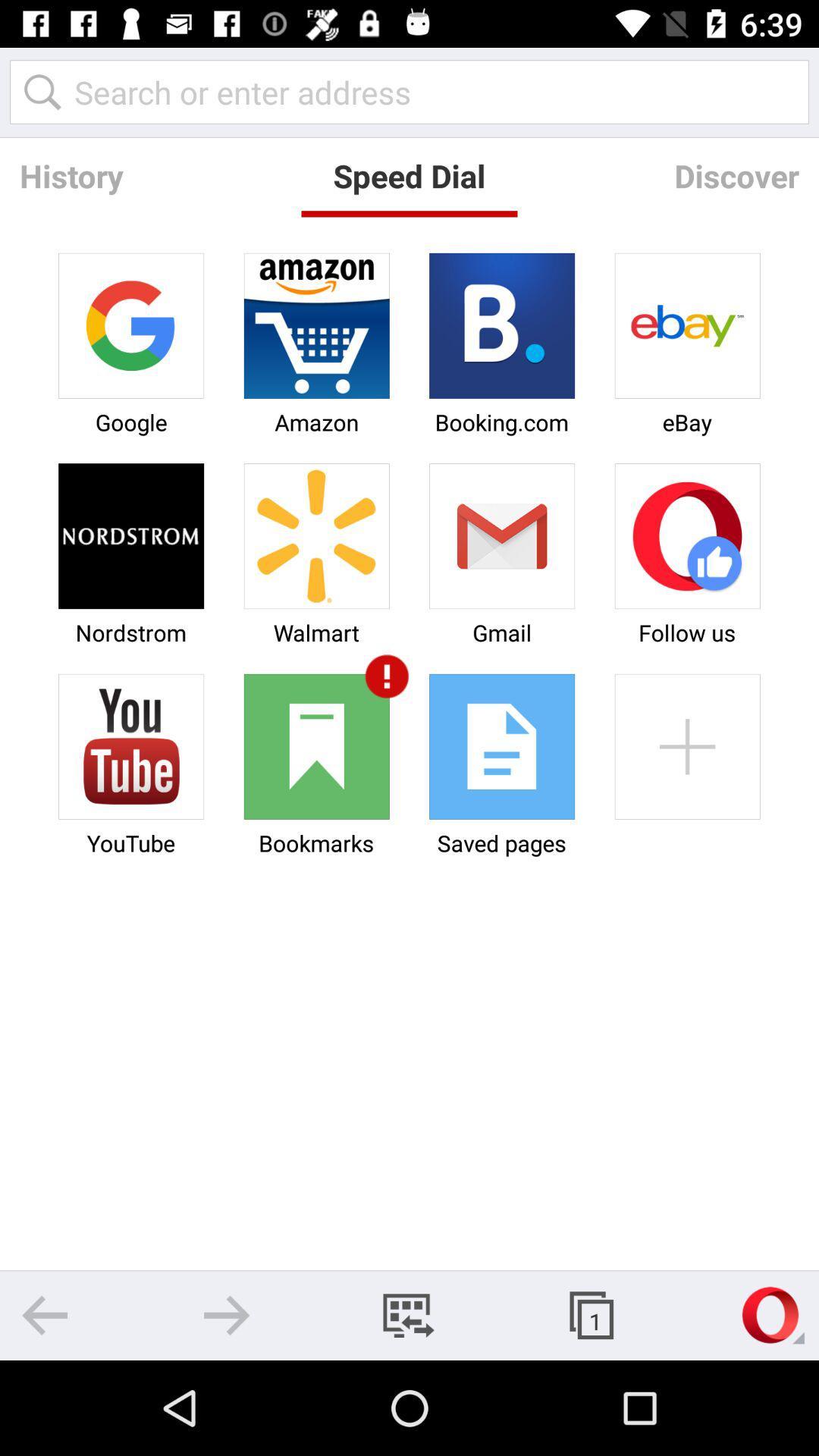 This screenshot has height=1456, width=819. What do you see at coordinates (736, 175) in the screenshot?
I see `item to the right of the speed dial icon` at bounding box center [736, 175].